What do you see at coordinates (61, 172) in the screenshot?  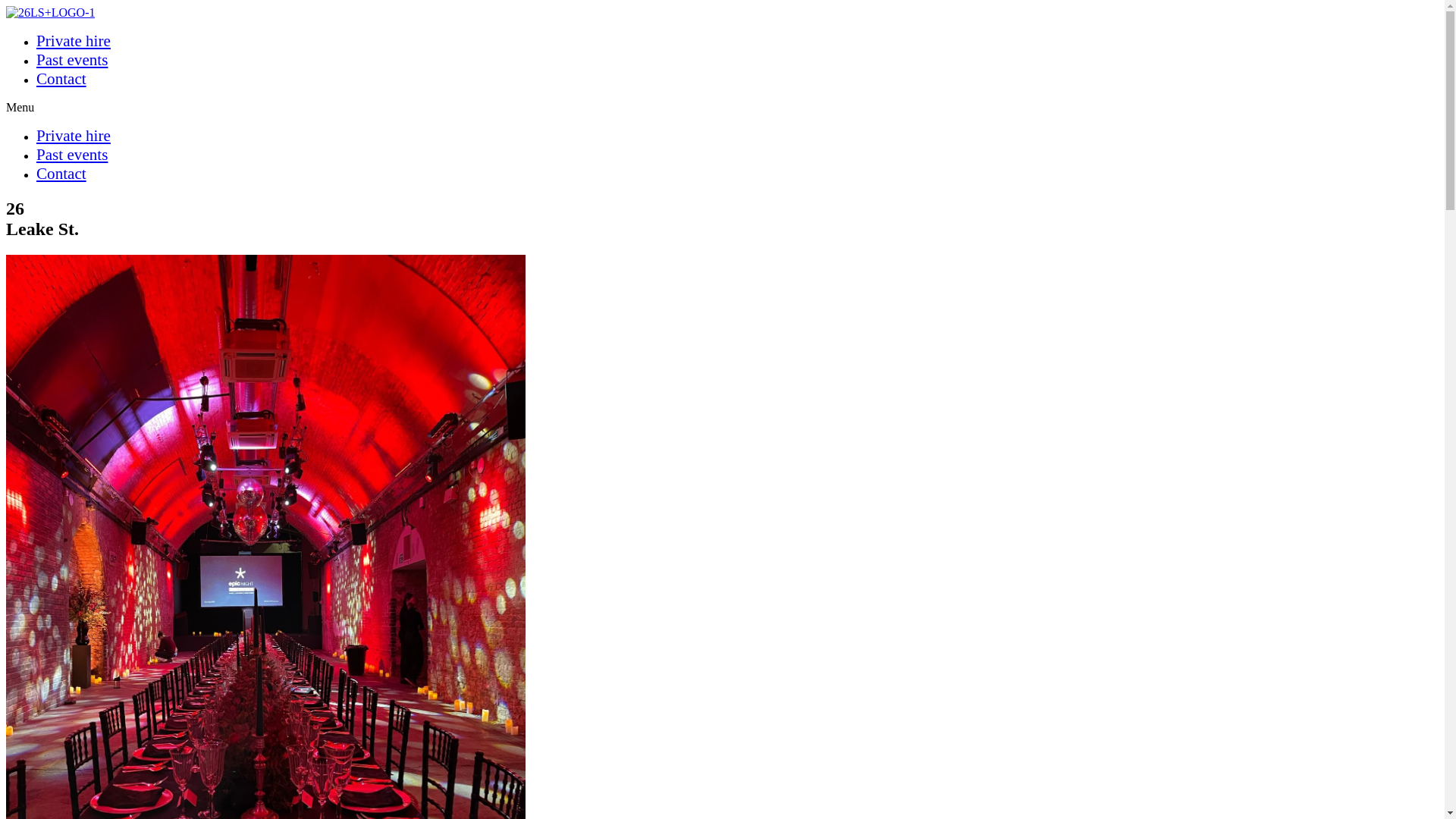 I see `'Contact'` at bounding box center [61, 172].